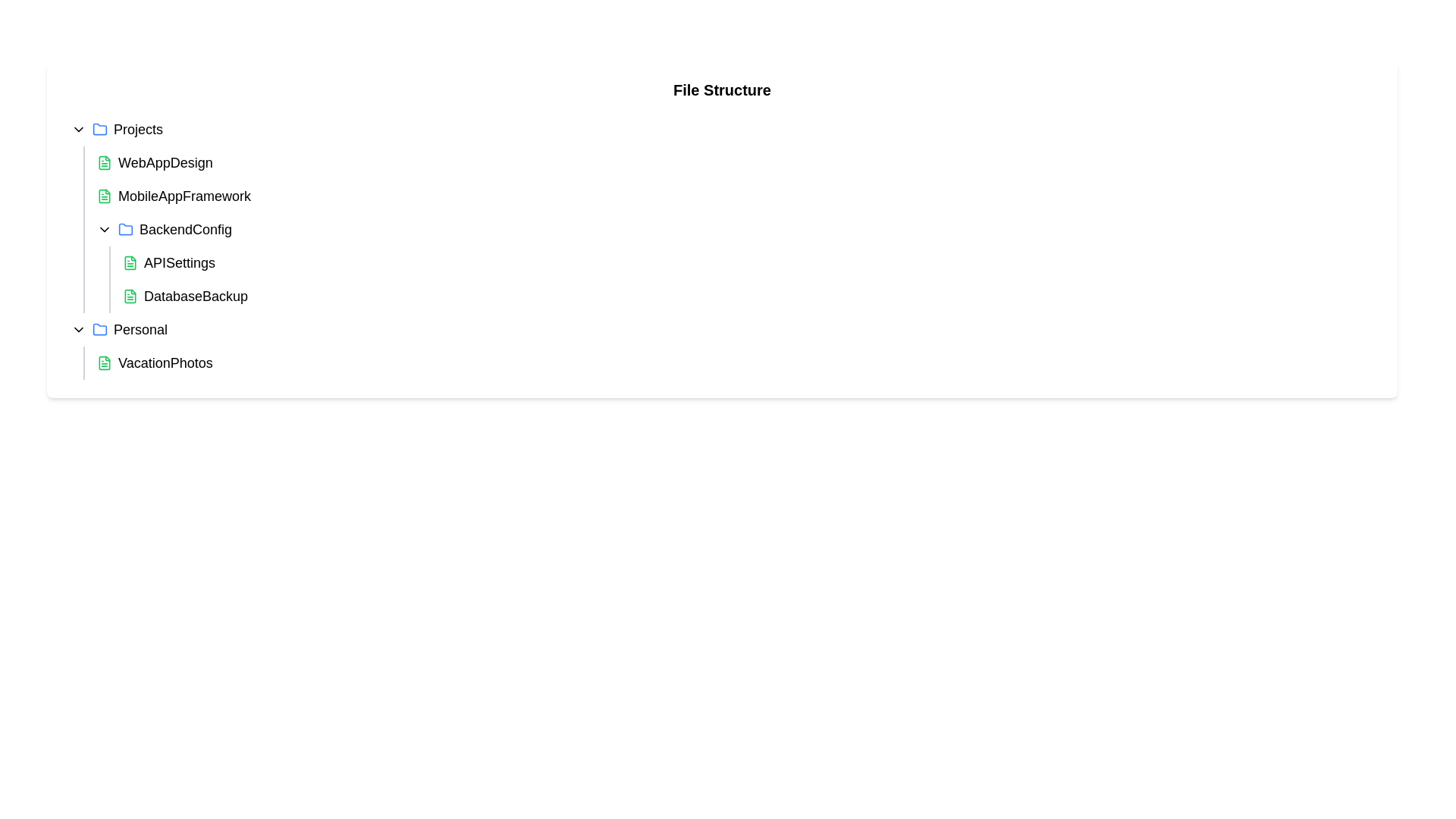 The width and height of the screenshot is (1456, 819). I want to click on the text display element labeled 'MobileAppFramework' in the file tree, so click(184, 195).